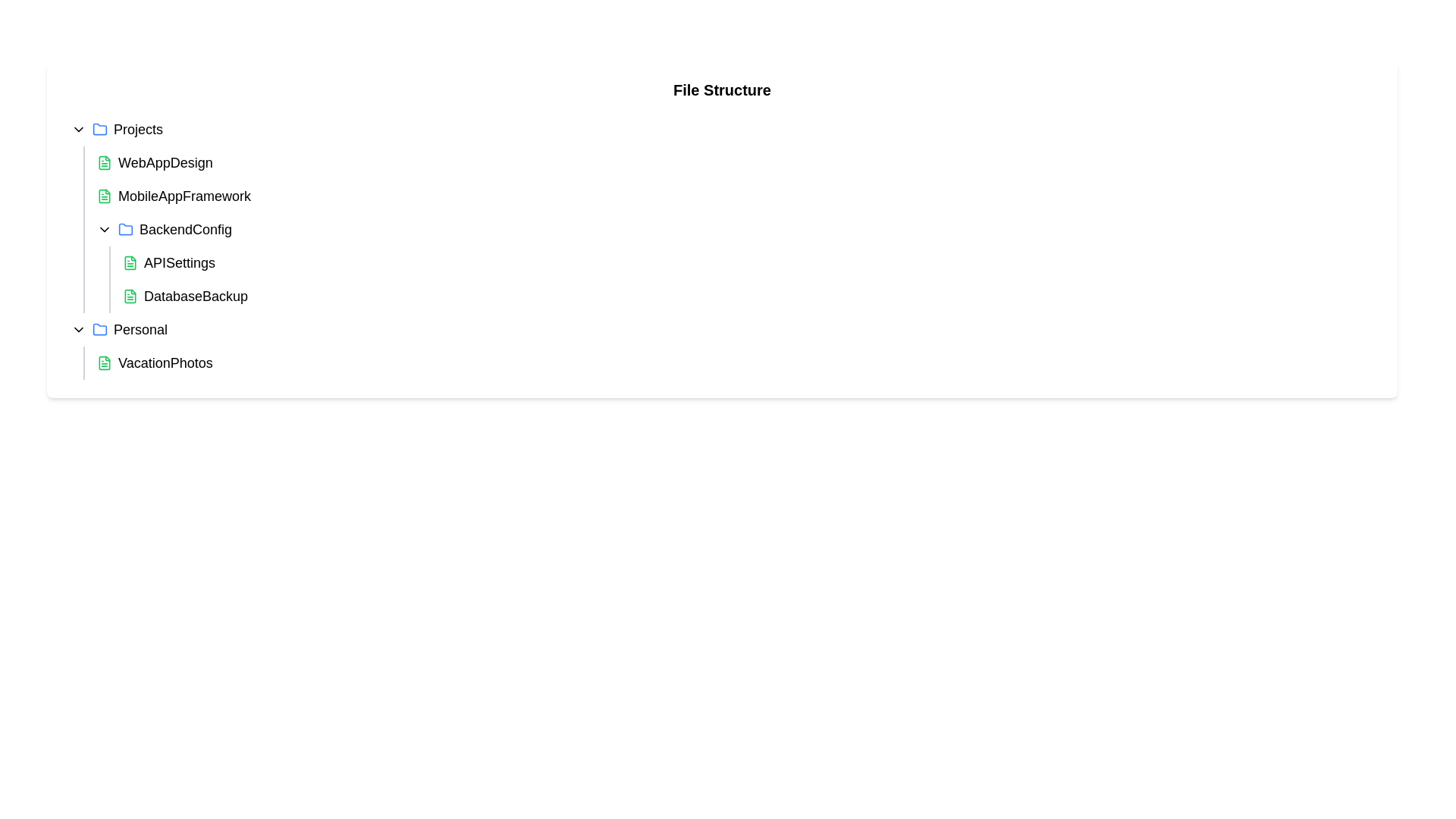 The width and height of the screenshot is (1456, 819). I want to click on the text display element labeled 'MobileAppFramework' in the file tree, so click(184, 195).